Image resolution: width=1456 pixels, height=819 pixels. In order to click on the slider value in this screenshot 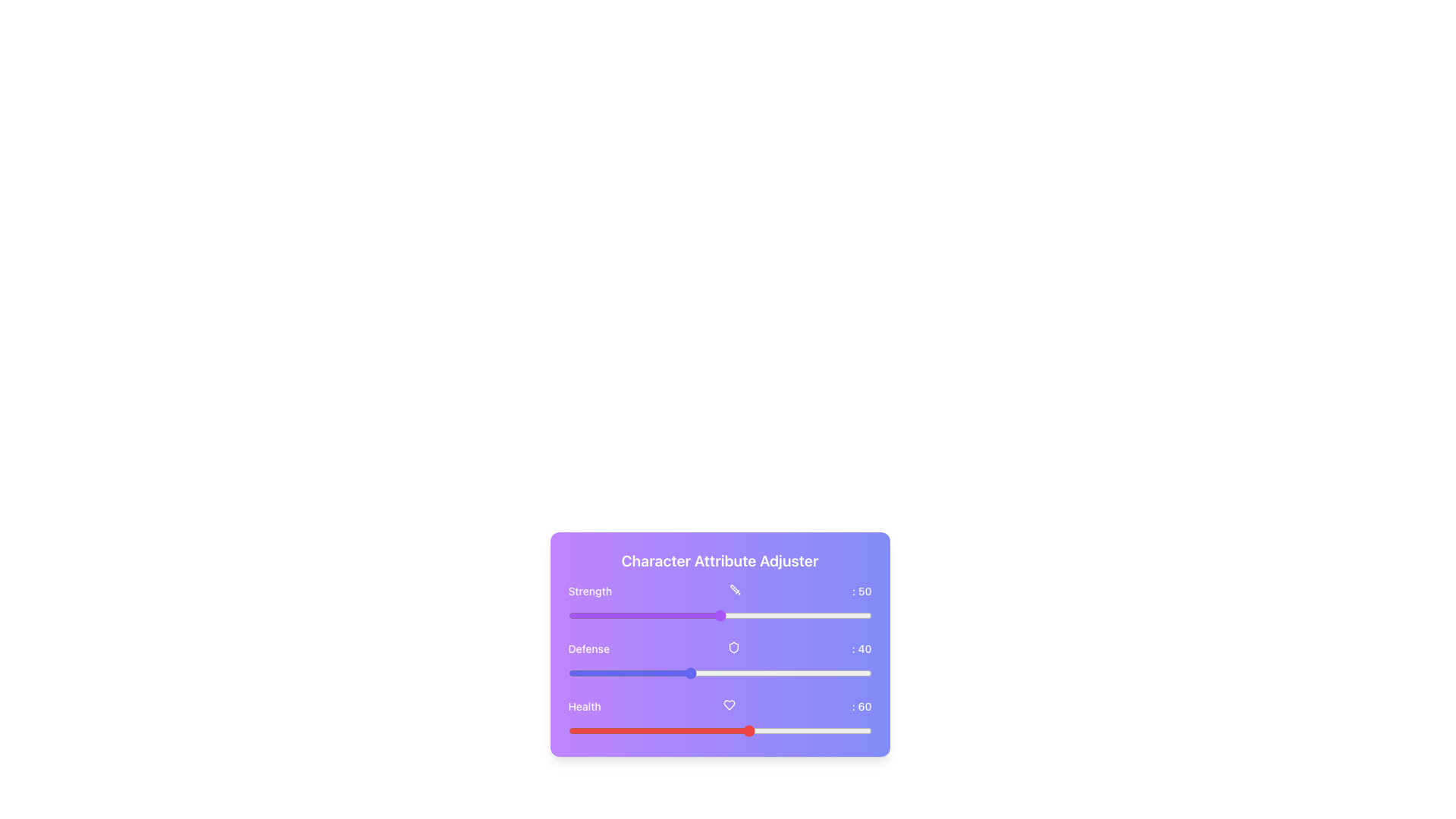, I will do `click(579, 672)`.